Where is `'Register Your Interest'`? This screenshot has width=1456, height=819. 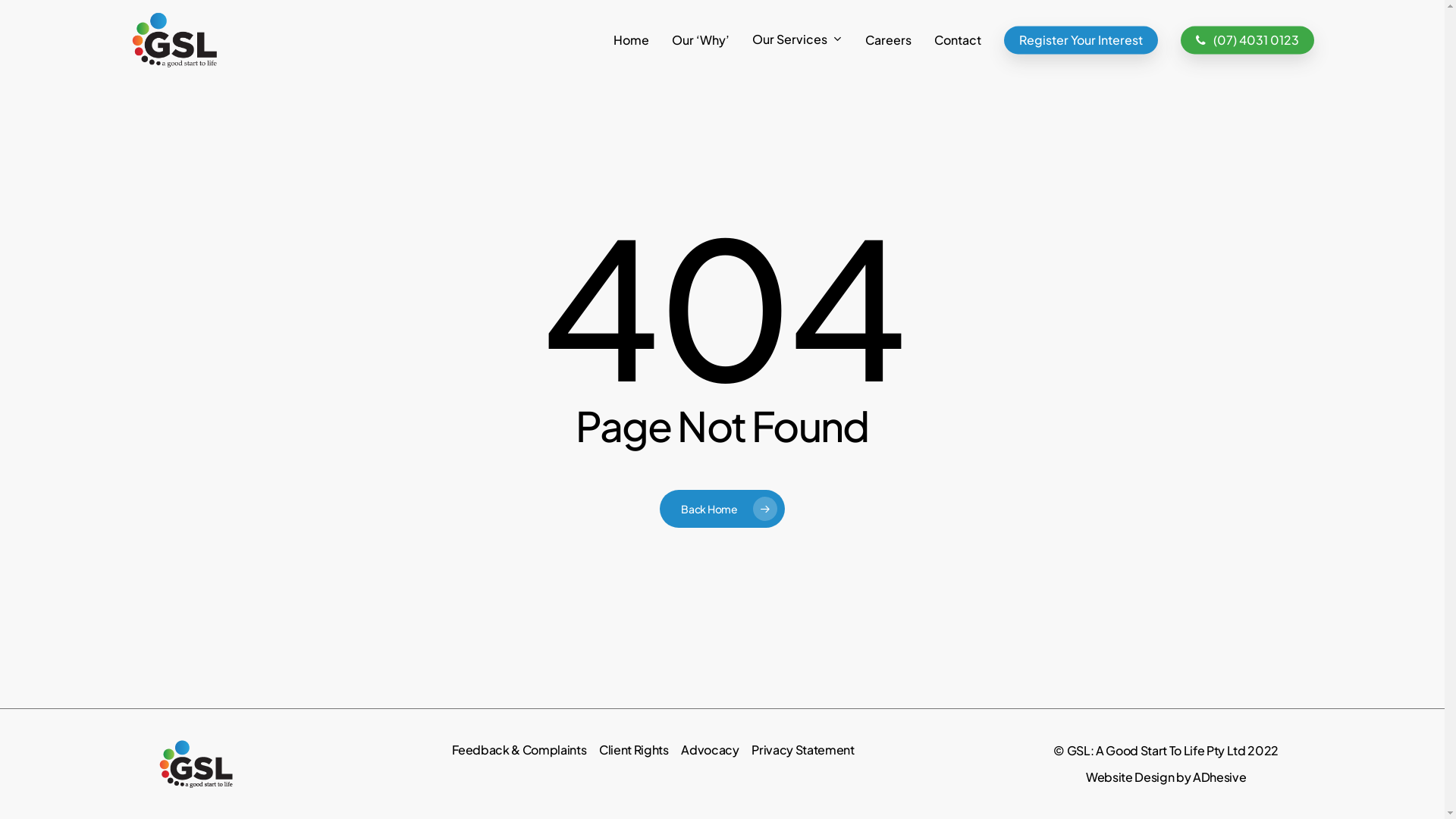 'Register Your Interest' is located at coordinates (1004, 38).